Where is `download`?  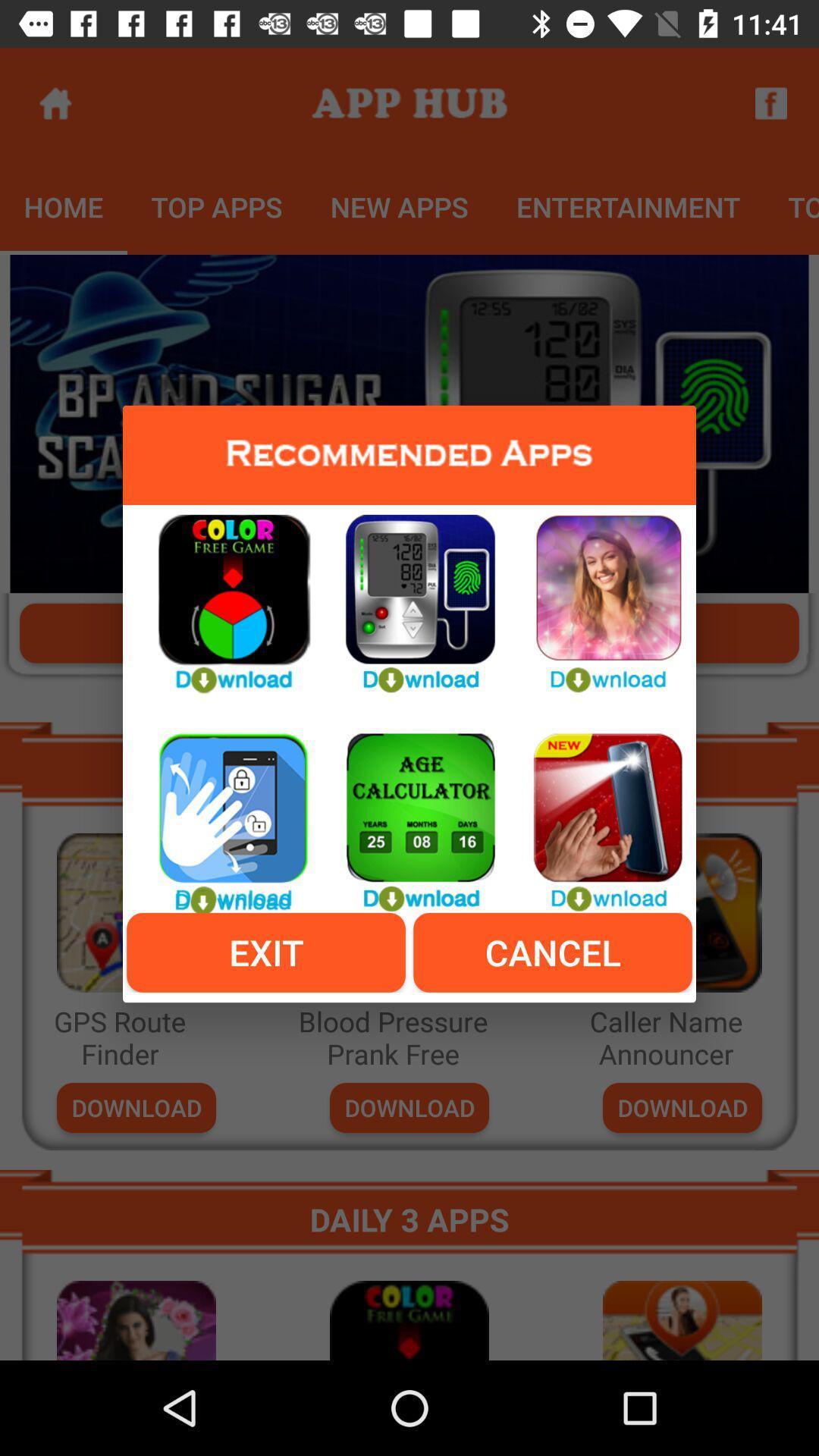 download is located at coordinates (595, 594).